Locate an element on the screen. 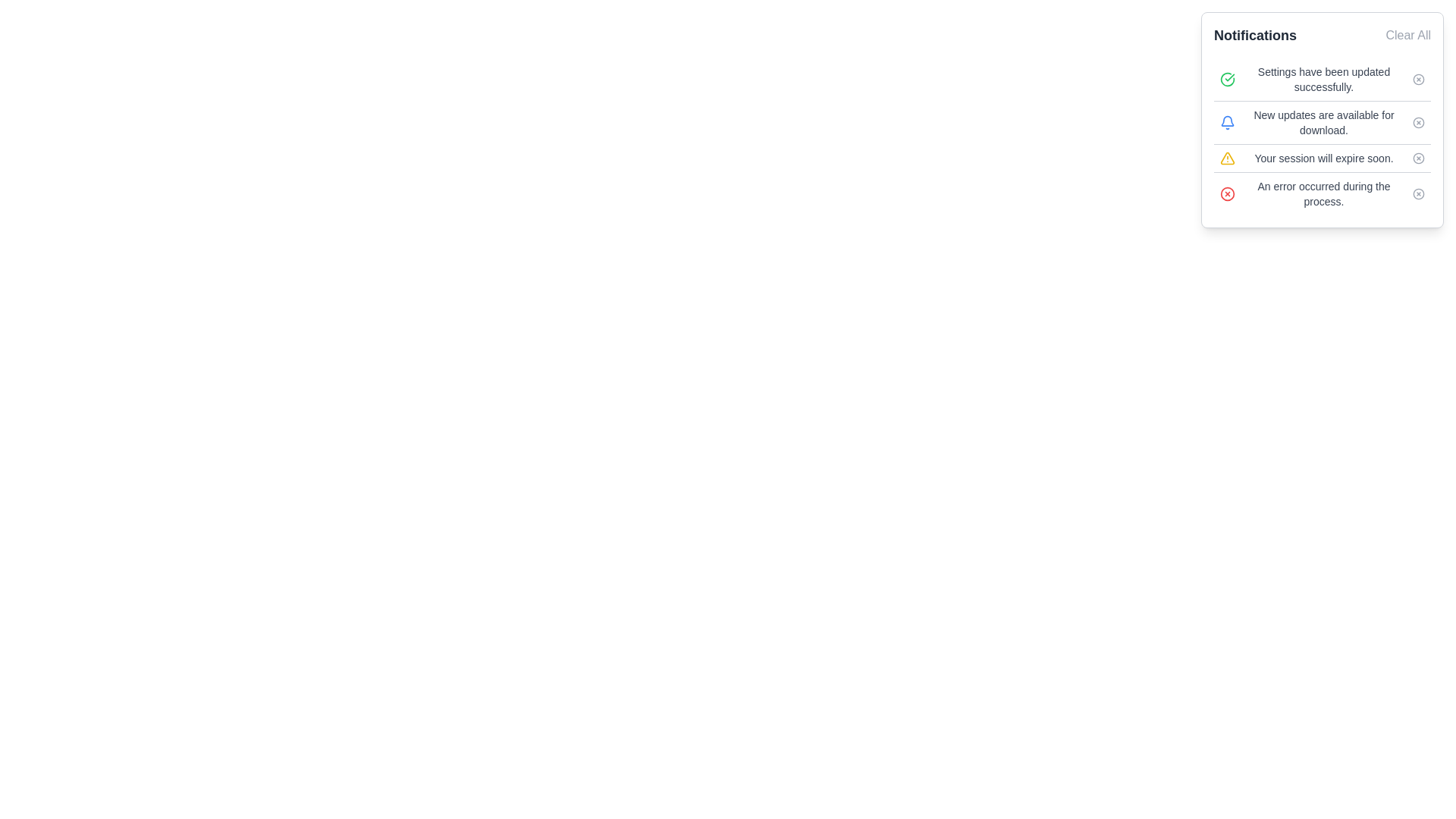 The height and width of the screenshot is (819, 1456). the dismiss button located at the far right side of the notification message, aligned with the text 'Your session will expire soon.' is located at coordinates (1418, 158).